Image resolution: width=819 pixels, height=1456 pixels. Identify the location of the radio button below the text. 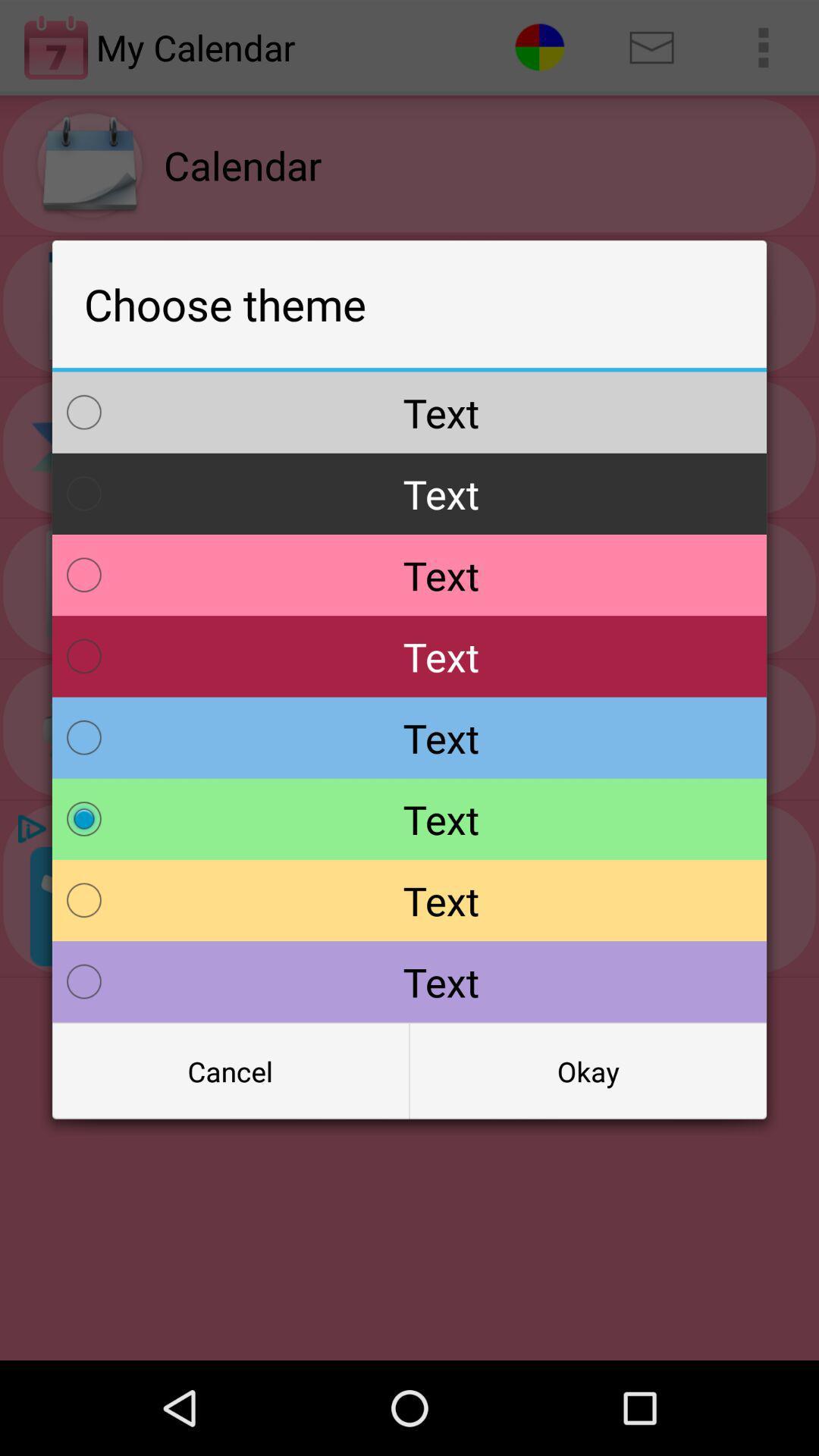
(587, 1070).